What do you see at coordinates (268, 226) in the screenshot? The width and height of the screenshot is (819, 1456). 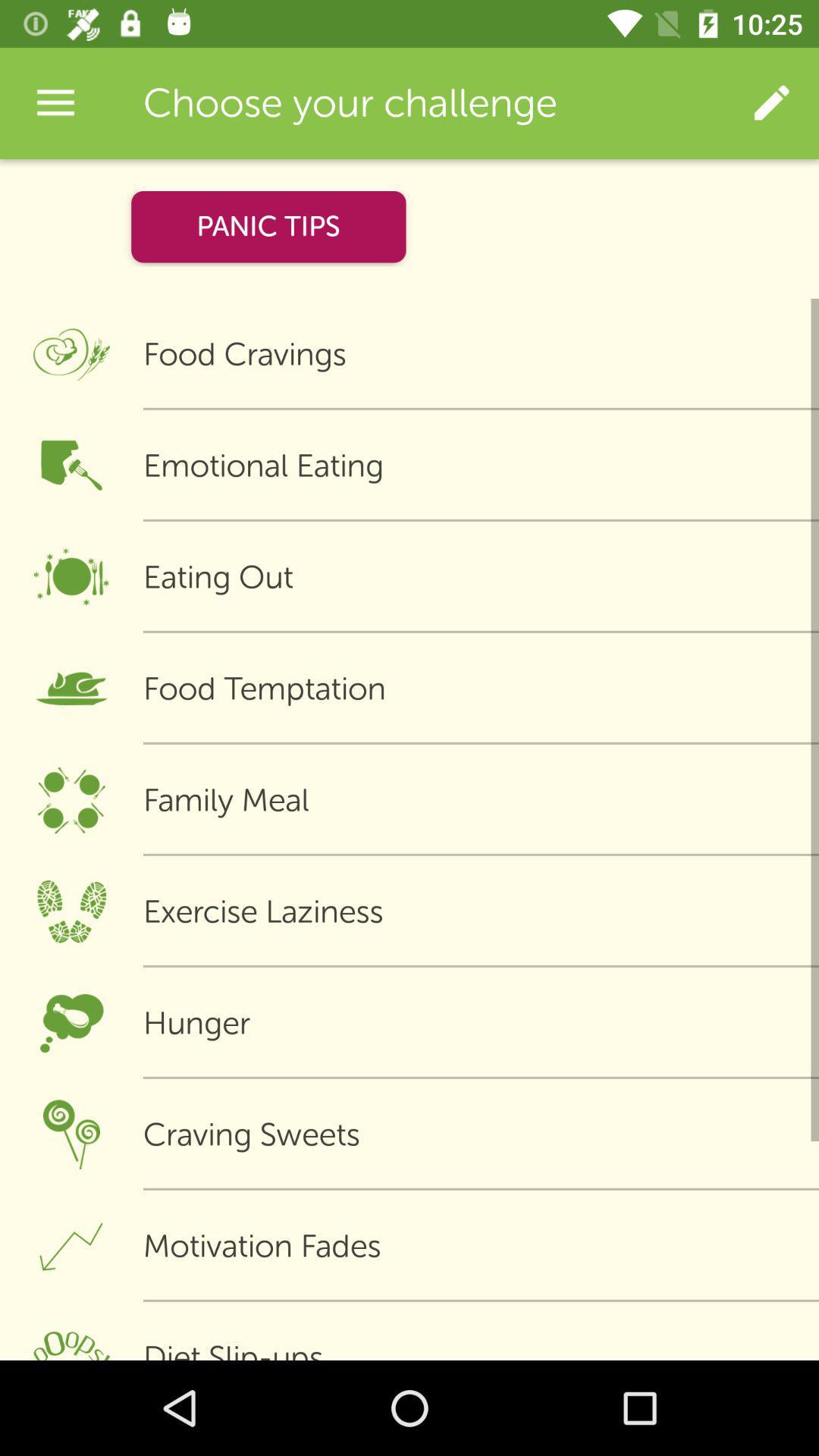 I see `the panic tips icon` at bounding box center [268, 226].